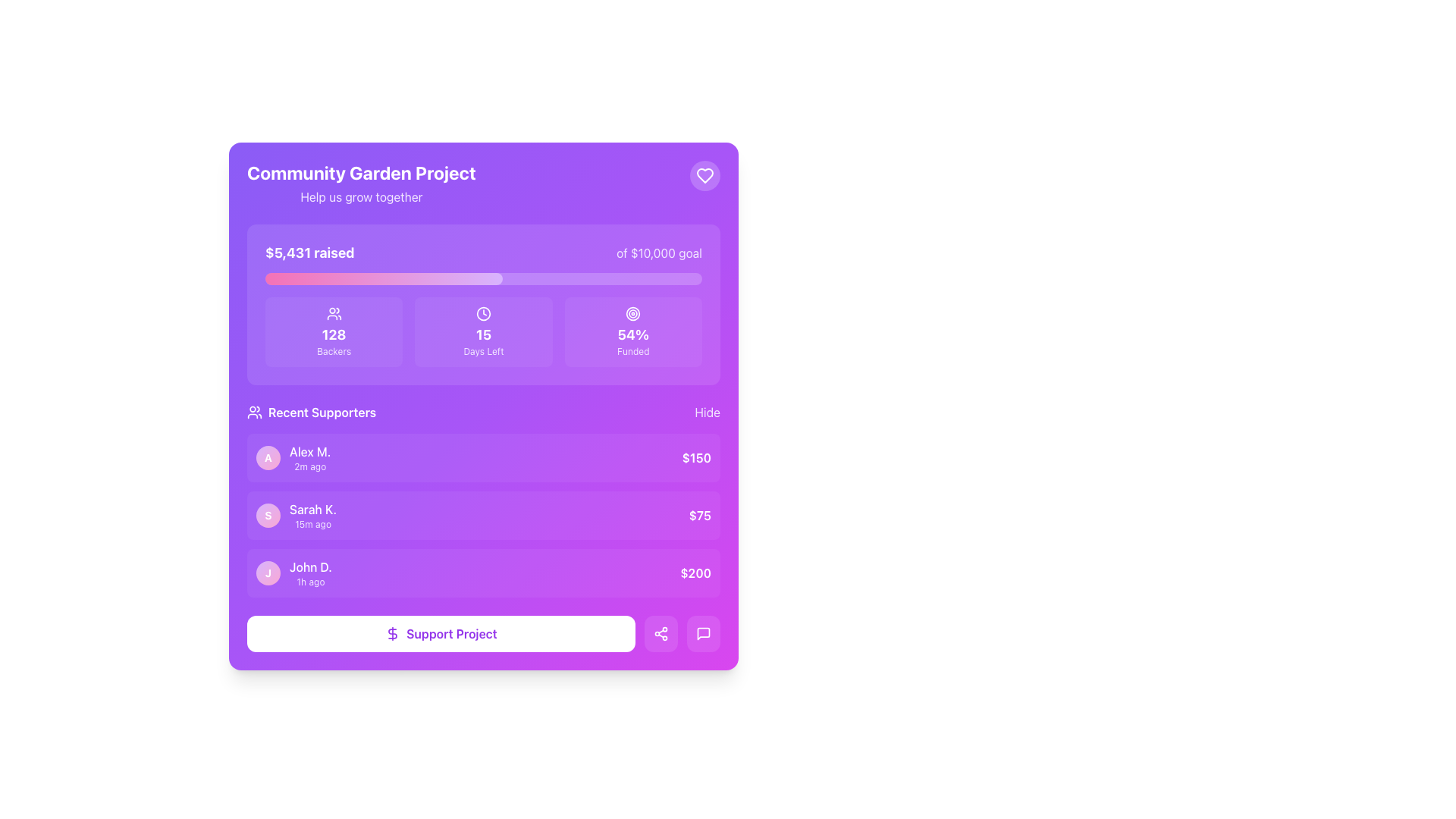  Describe the element at coordinates (483, 312) in the screenshot. I see `the SVG circle element representing the clock face in the 'Days Left' section of the icon, located between the 'Backers' and 'Funded' metrics` at that location.